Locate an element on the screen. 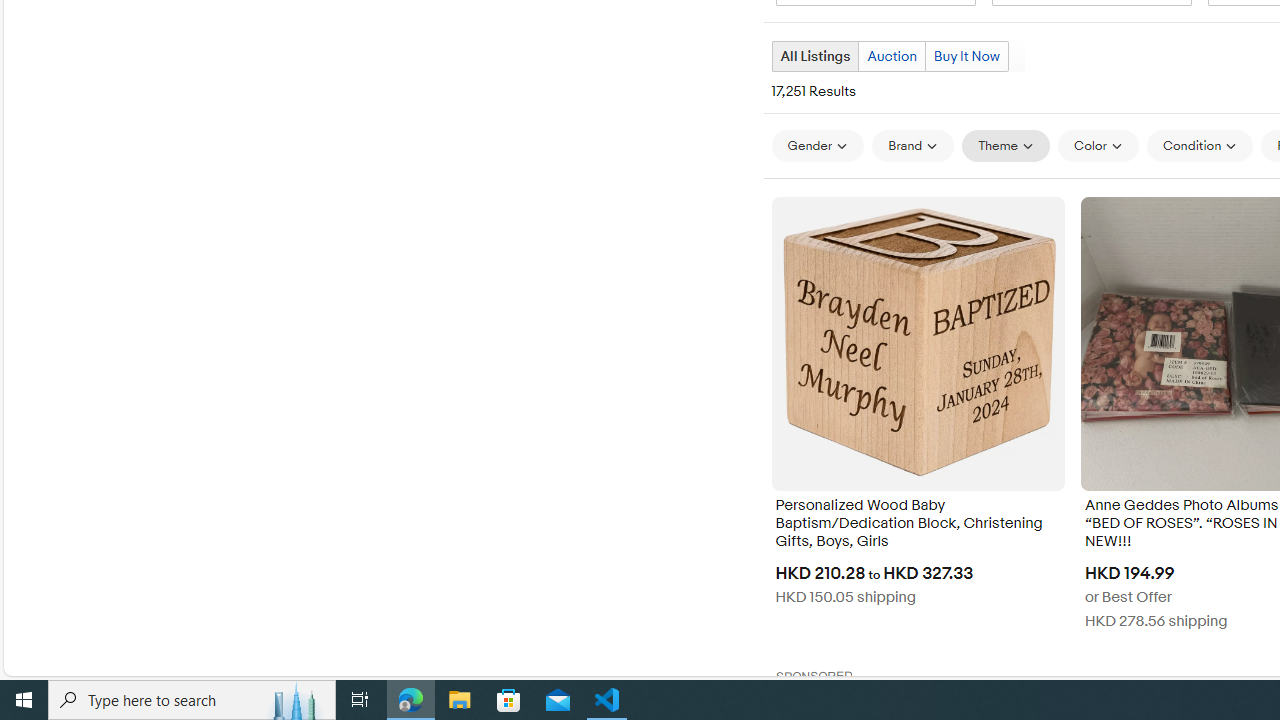 This screenshot has width=1280, height=720. 'Gender' is located at coordinates (817, 145).